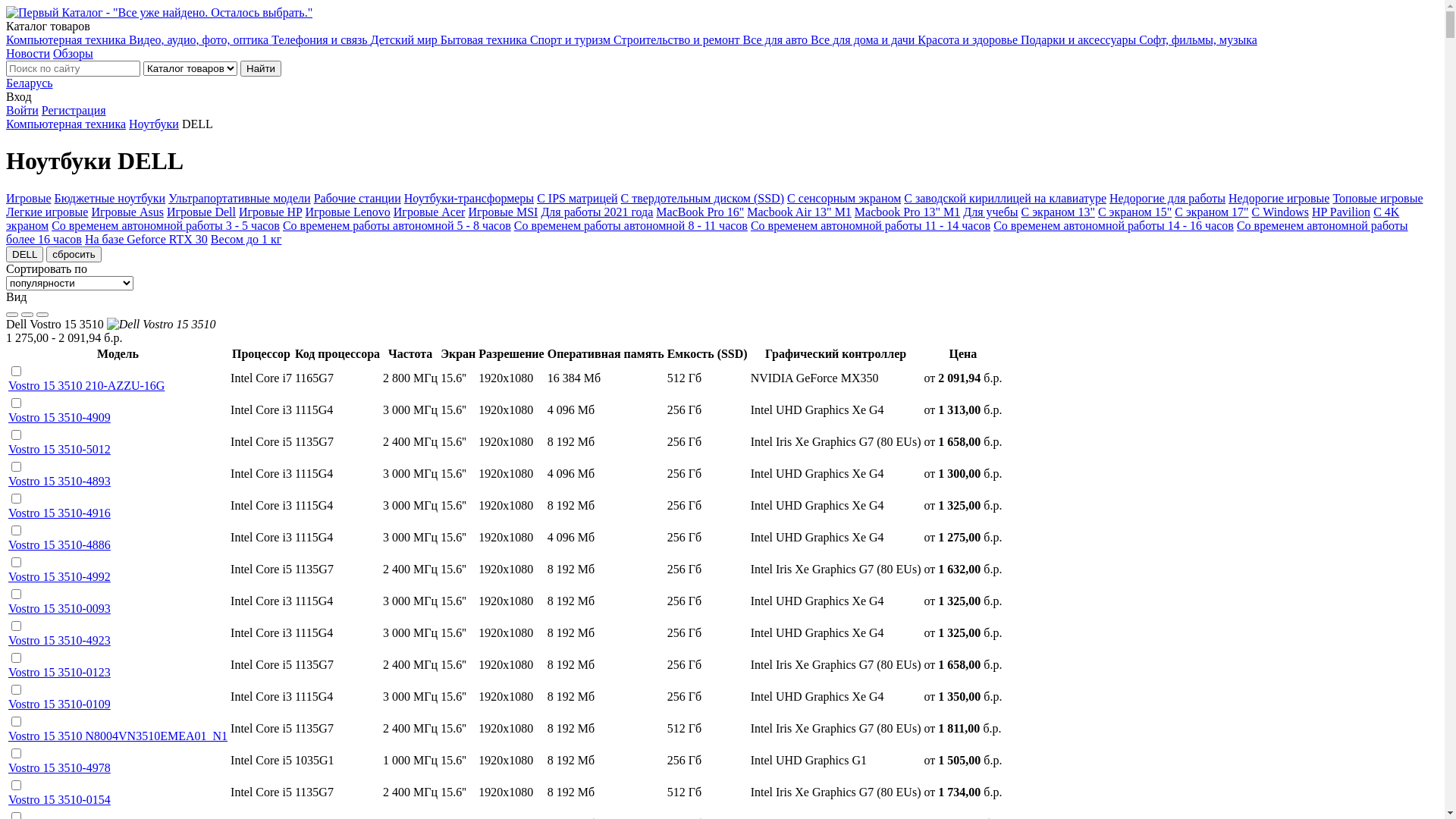 The image size is (1456, 819). What do you see at coordinates (8, 576) in the screenshot?
I see `'Vostro 15 3510-4992'` at bounding box center [8, 576].